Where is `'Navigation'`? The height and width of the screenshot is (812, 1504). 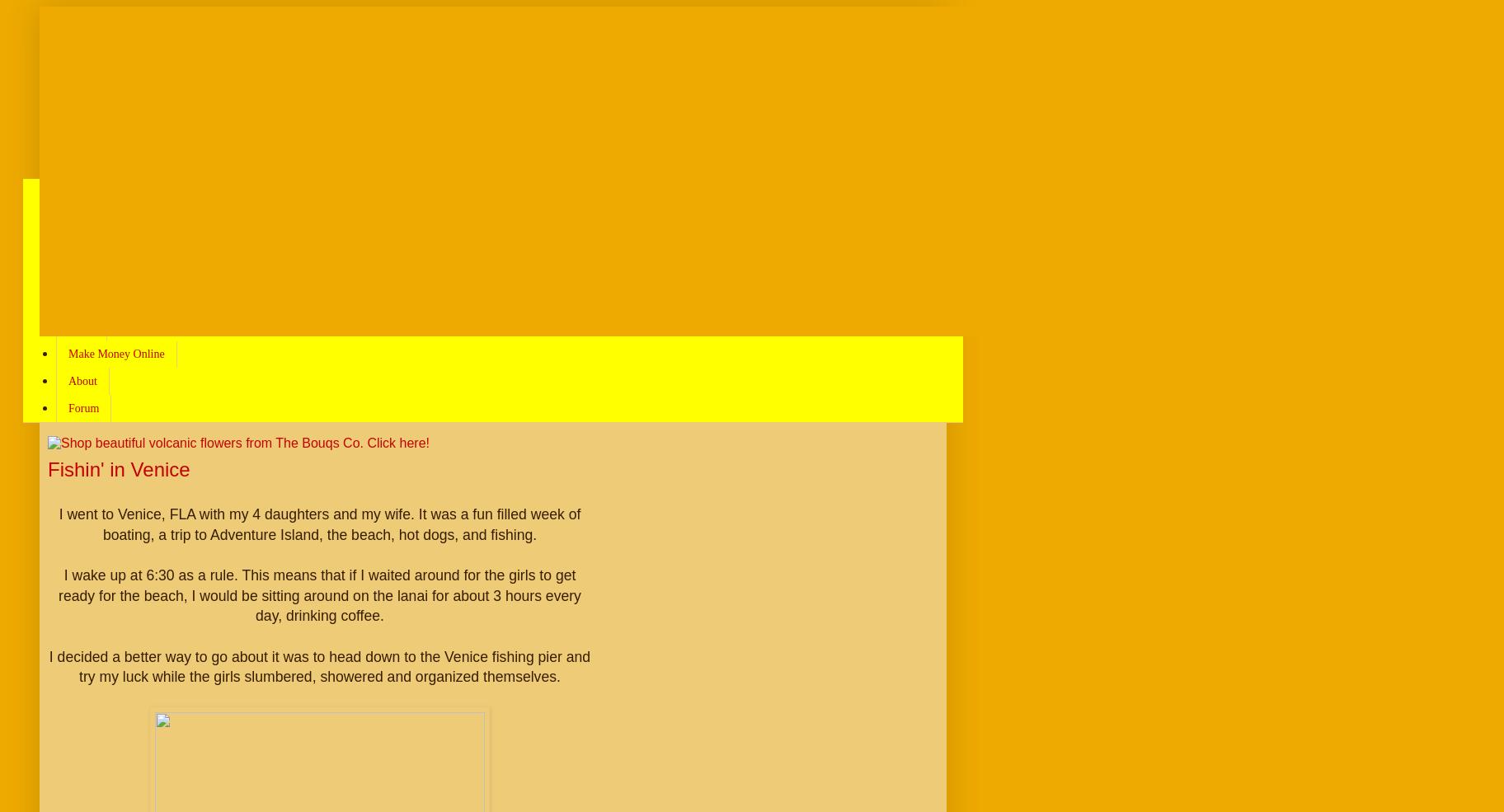
'Navigation' is located at coordinates (93, 218).